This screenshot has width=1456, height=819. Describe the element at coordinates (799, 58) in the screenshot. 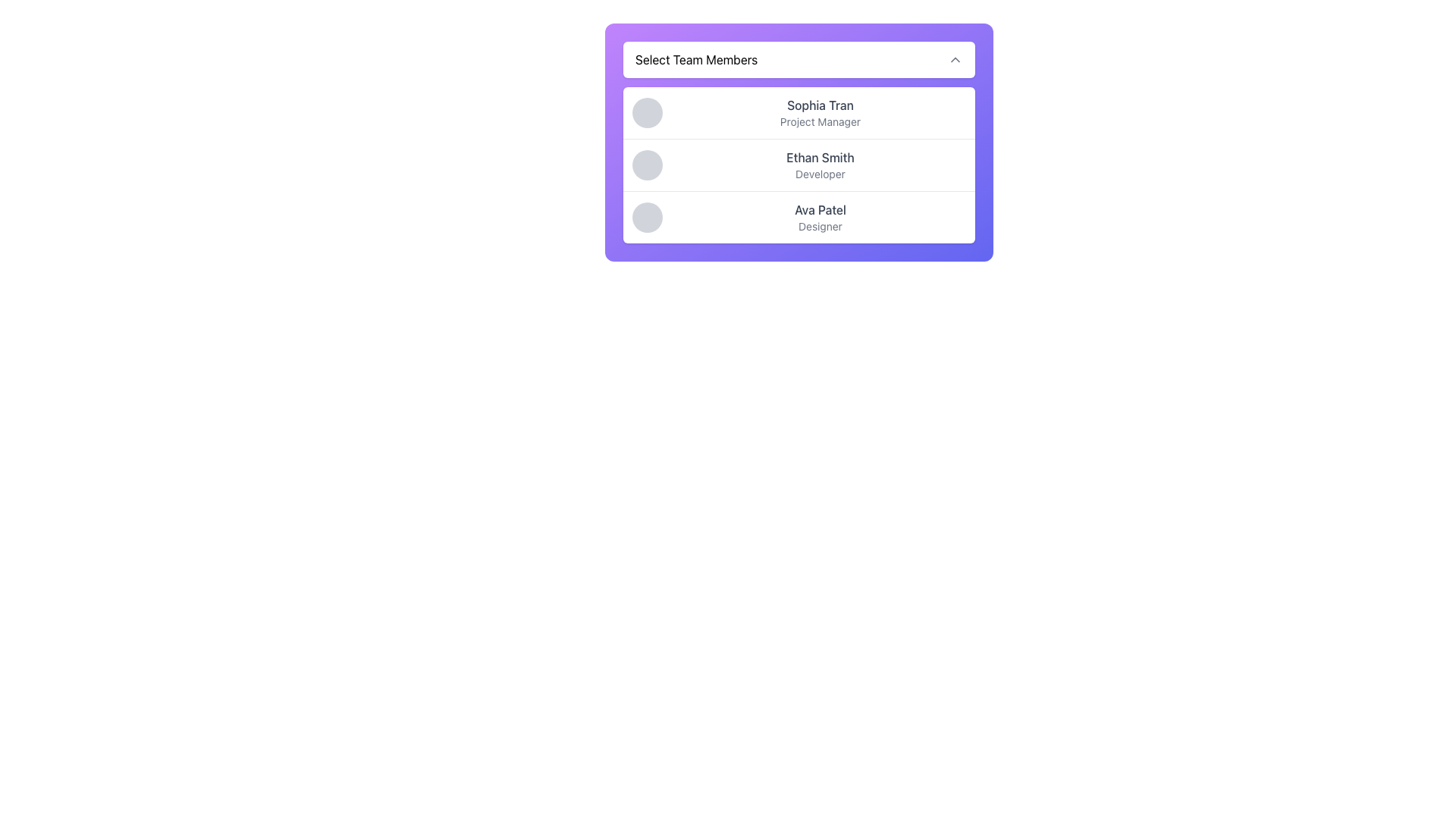

I see `the Dropdown toggle button labeled 'Select Team Members'` at that location.